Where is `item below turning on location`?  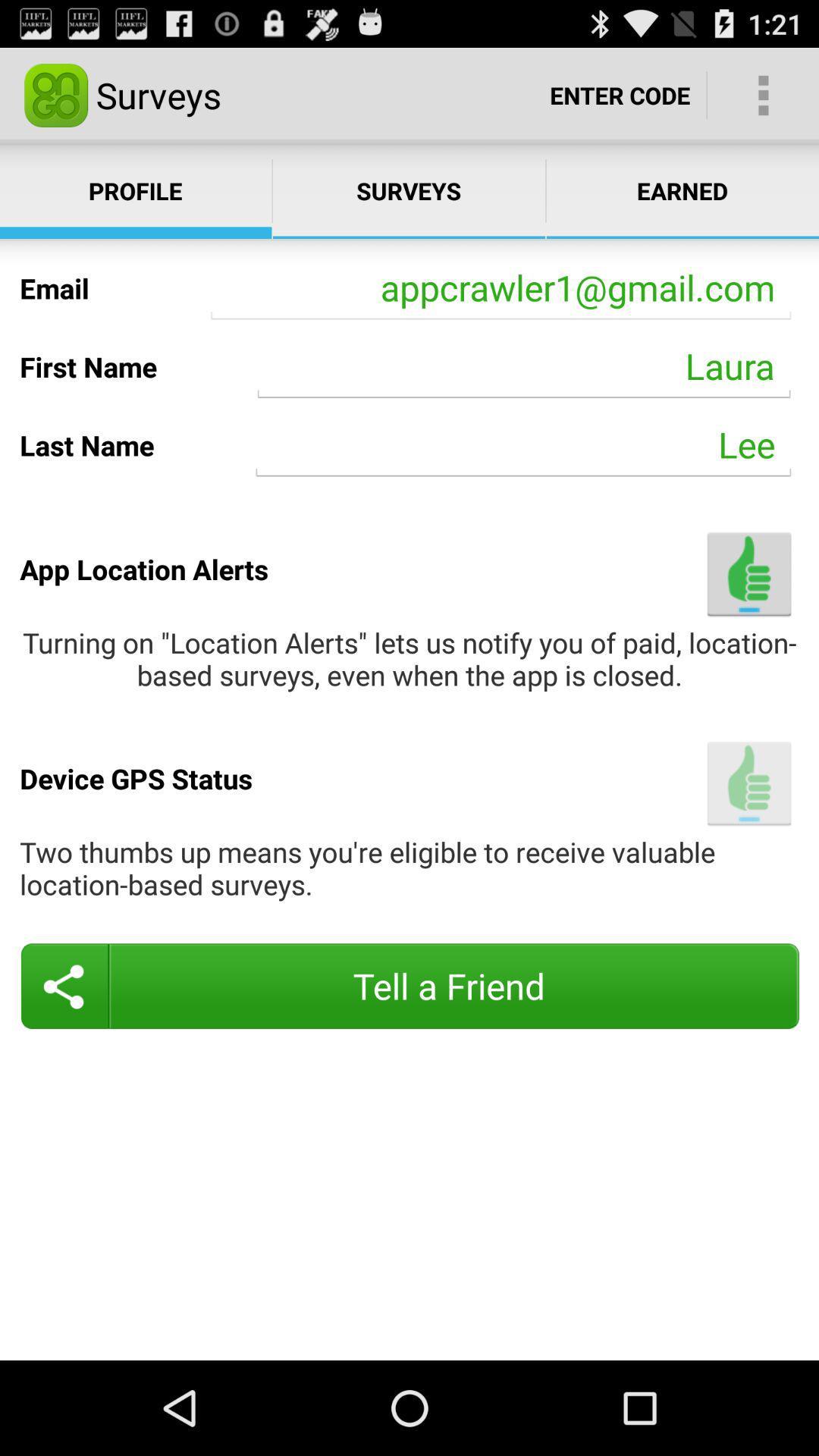
item below turning on location is located at coordinates (748, 783).